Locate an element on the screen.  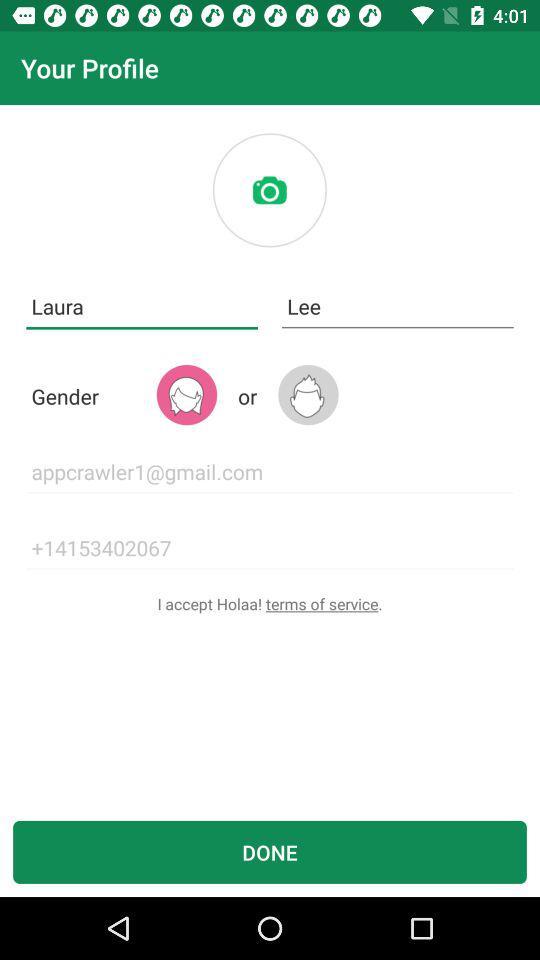
the done is located at coordinates (270, 851).